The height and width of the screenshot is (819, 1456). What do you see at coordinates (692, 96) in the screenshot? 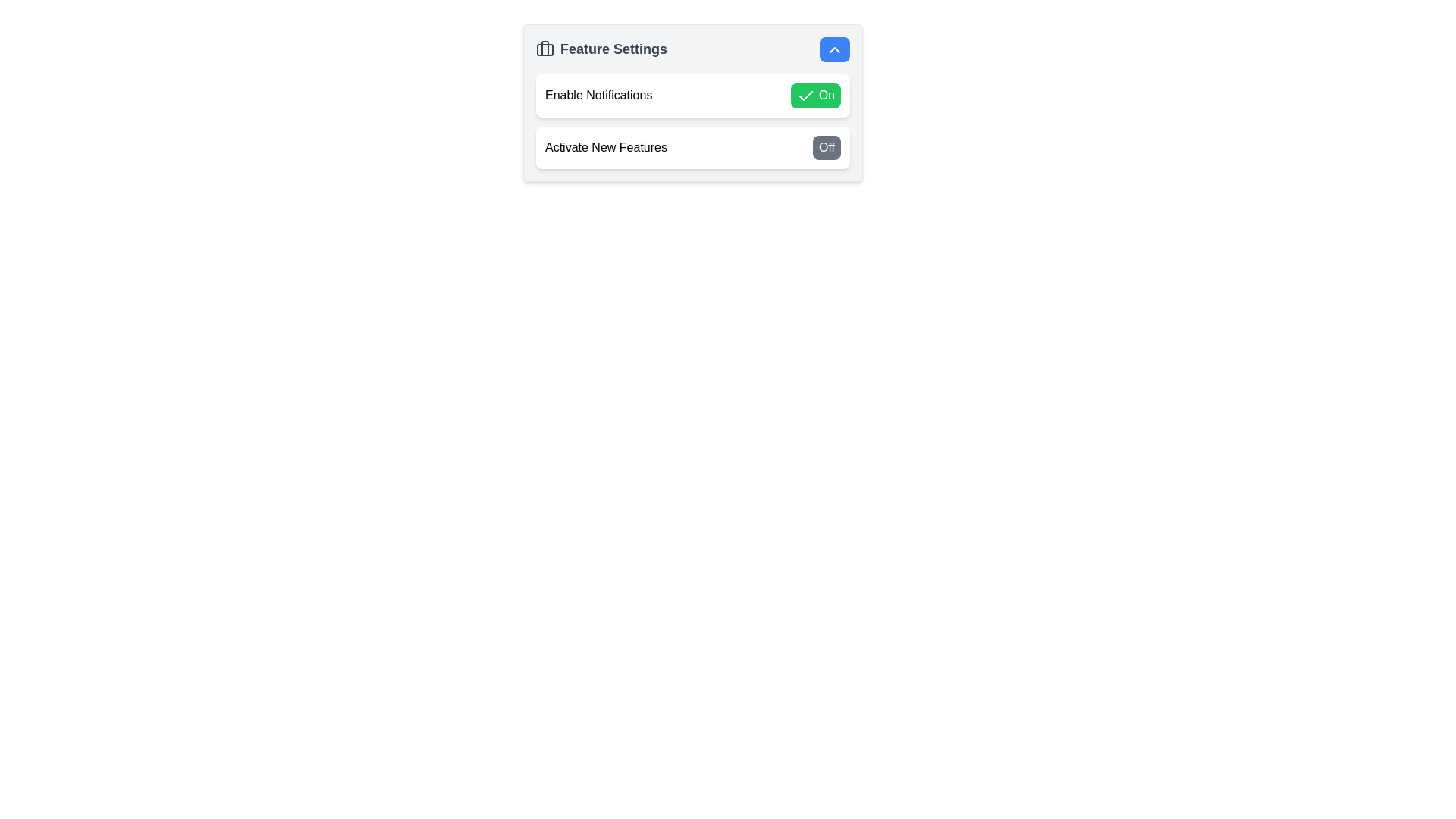
I see `the Toggleable control labeled 'Enable Notifications' which contains a green button labeled 'On' and is located within the 'Feature Settings' section` at bounding box center [692, 96].